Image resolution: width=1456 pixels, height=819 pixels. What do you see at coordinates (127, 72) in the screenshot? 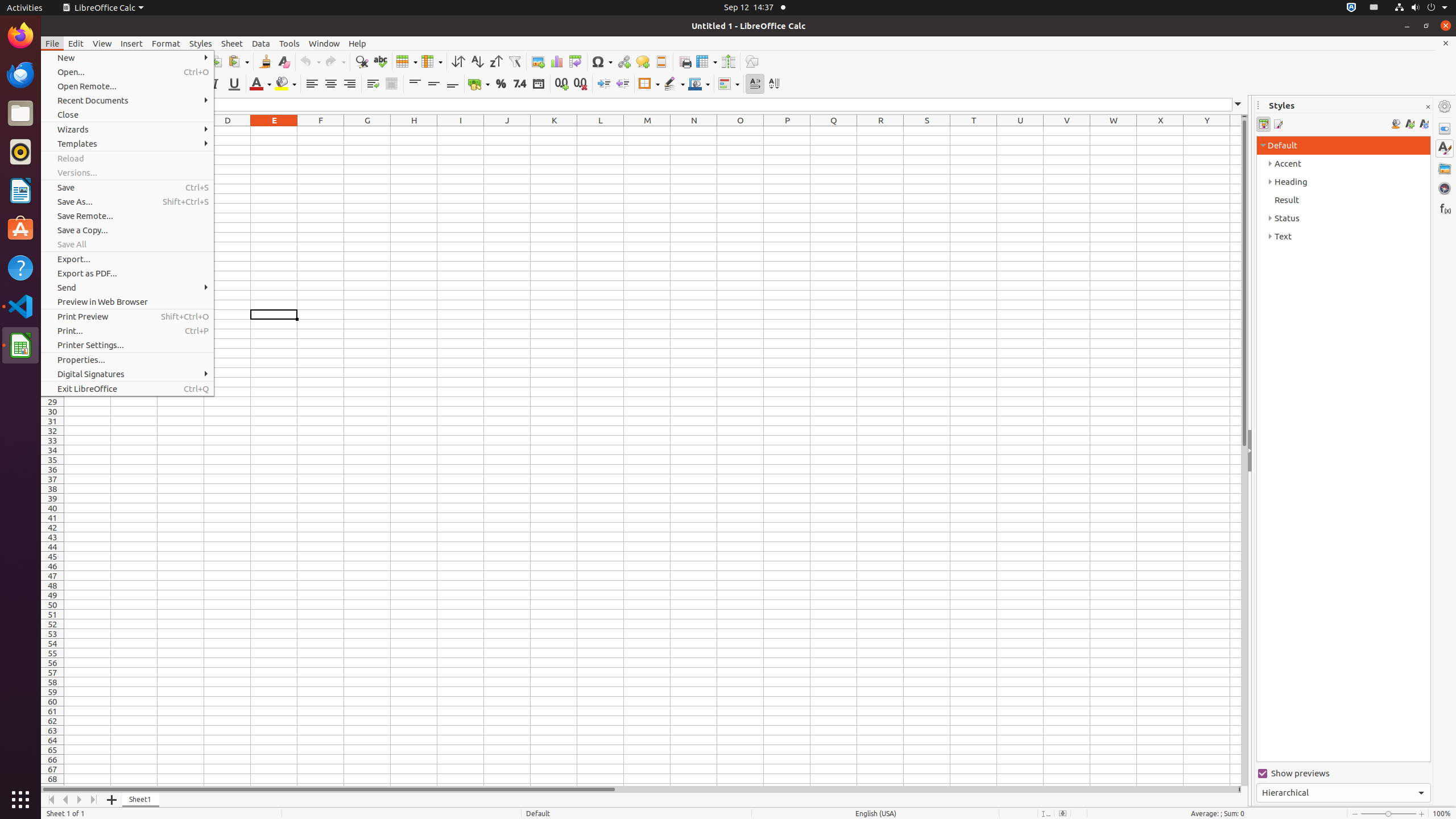
I see `'Open...'` at bounding box center [127, 72].